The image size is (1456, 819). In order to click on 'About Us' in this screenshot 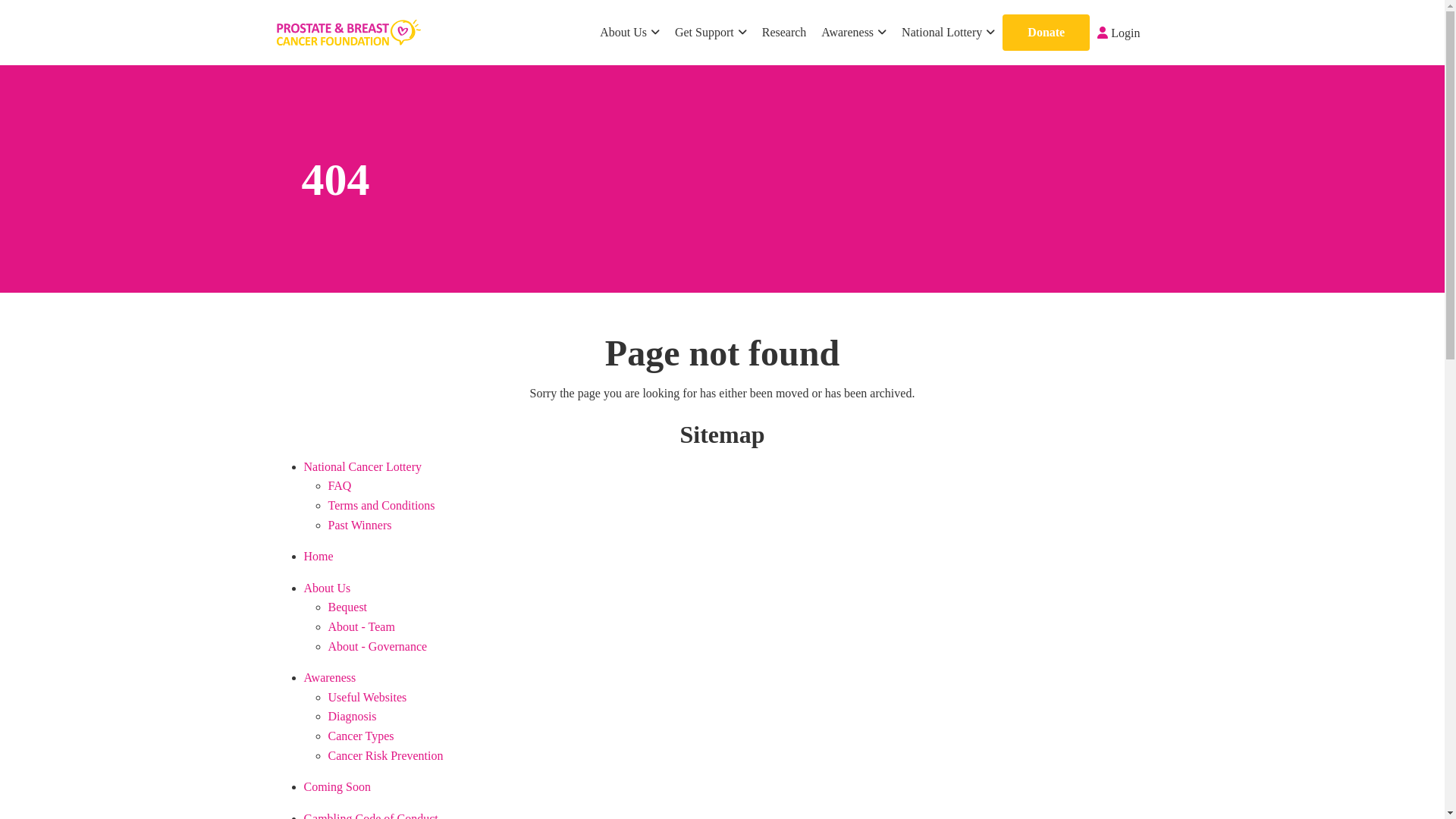, I will do `click(326, 587)`.